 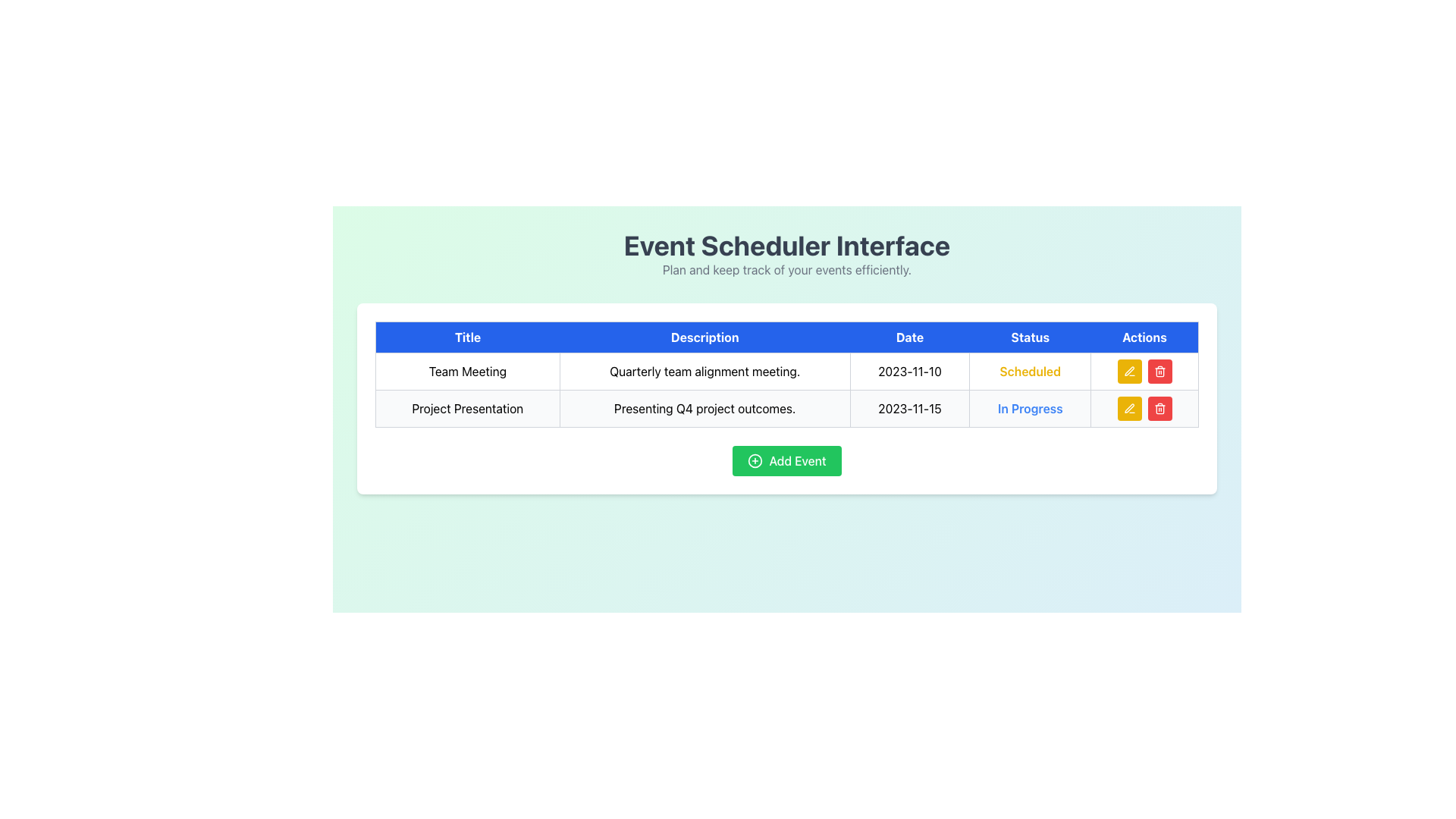 What do you see at coordinates (466, 408) in the screenshot?
I see `the text label displaying 'Project Presentation' located in the second row under the 'Title' column of the table` at bounding box center [466, 408].